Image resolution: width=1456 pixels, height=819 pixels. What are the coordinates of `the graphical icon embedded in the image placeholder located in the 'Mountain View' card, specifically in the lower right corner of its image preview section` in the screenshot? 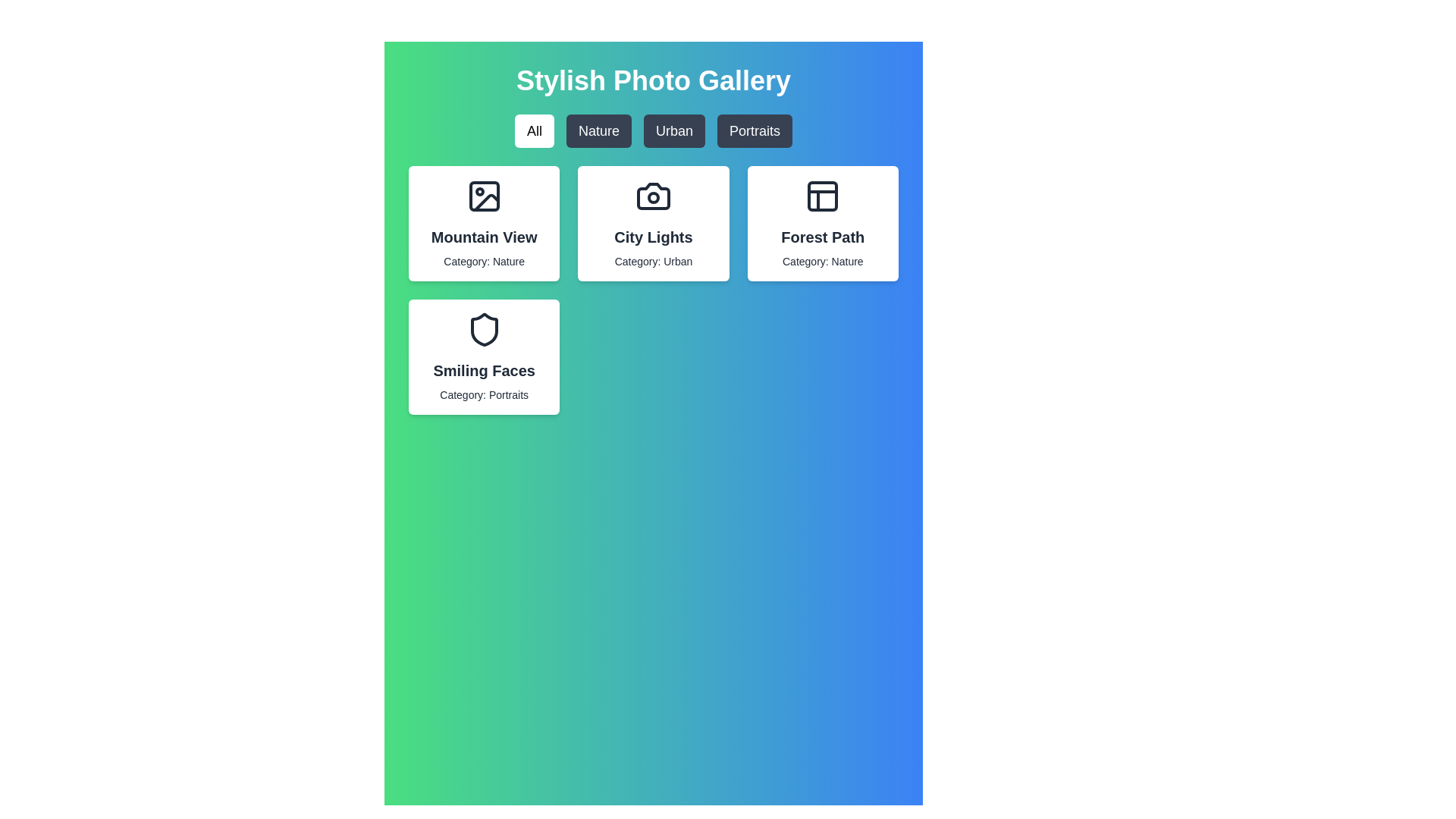 It's located at (486, 202).